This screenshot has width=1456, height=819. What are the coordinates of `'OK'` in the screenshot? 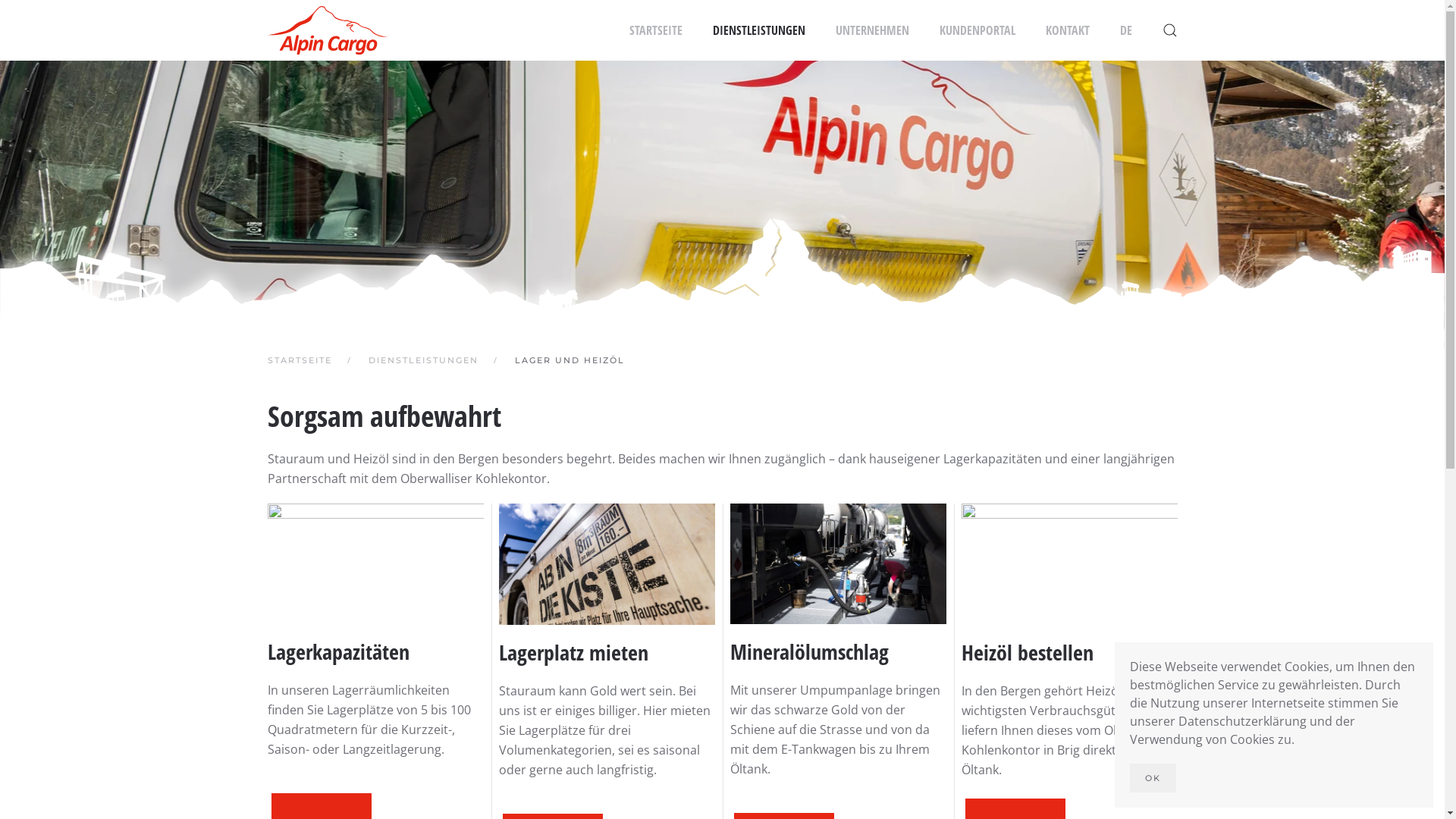 It's located at (1153, 778).